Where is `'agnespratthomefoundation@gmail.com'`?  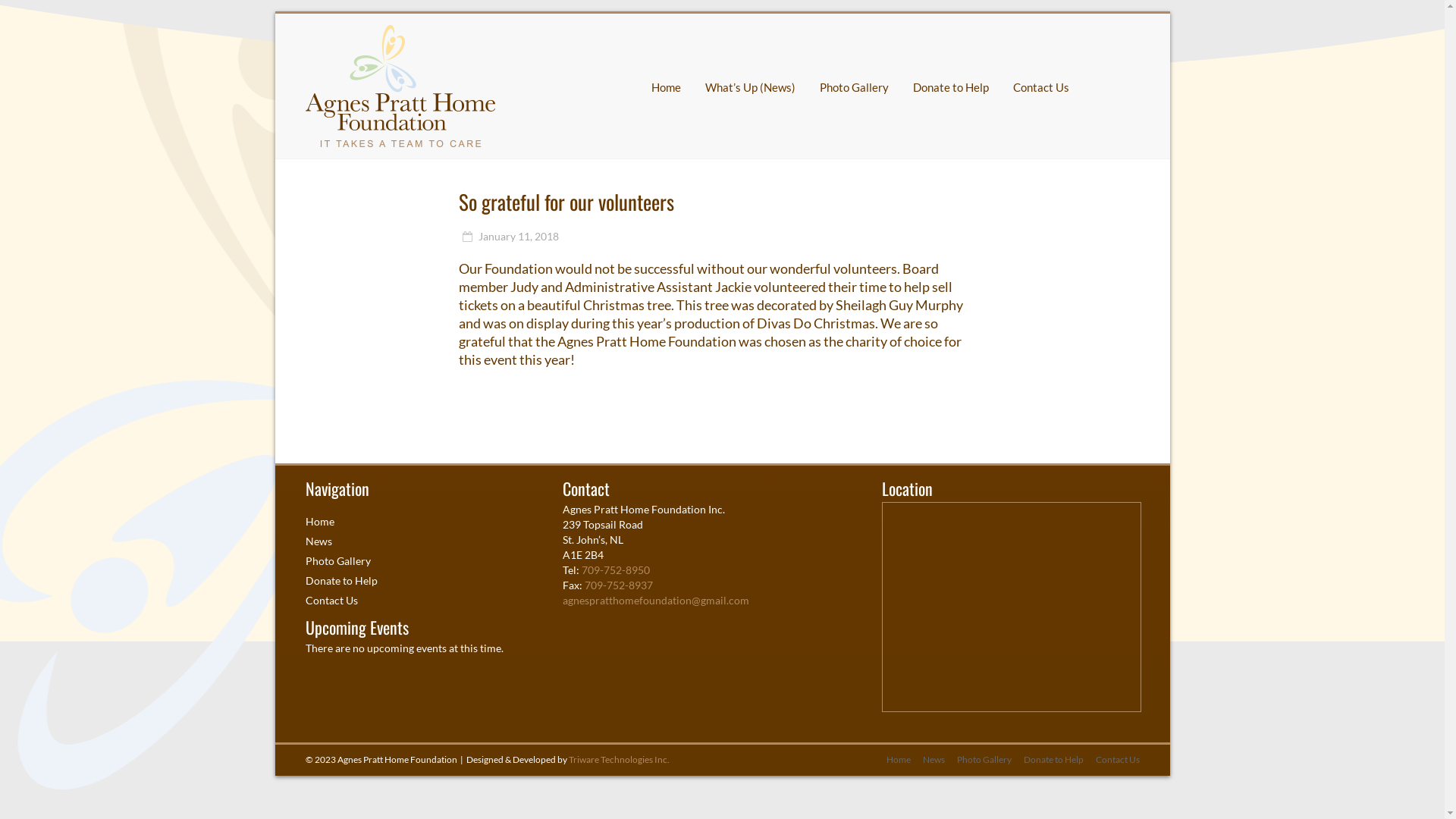 'agnespratthomefoundation@gmail.com' is located at coordinates (562, 599).